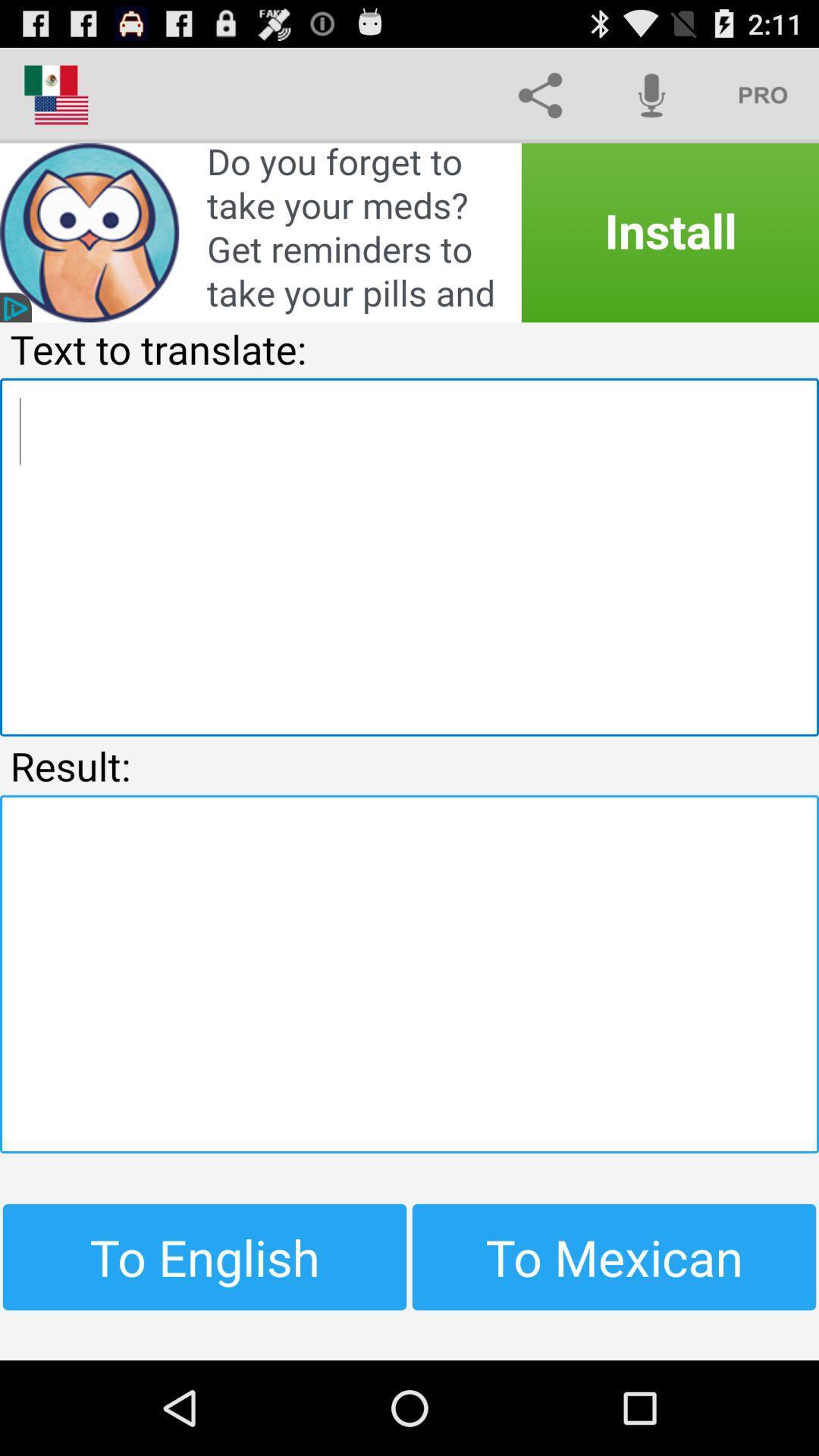  Describe the element at coordinates (409, 974) in the screenshot. I see `the icon at the bottom` at that location.